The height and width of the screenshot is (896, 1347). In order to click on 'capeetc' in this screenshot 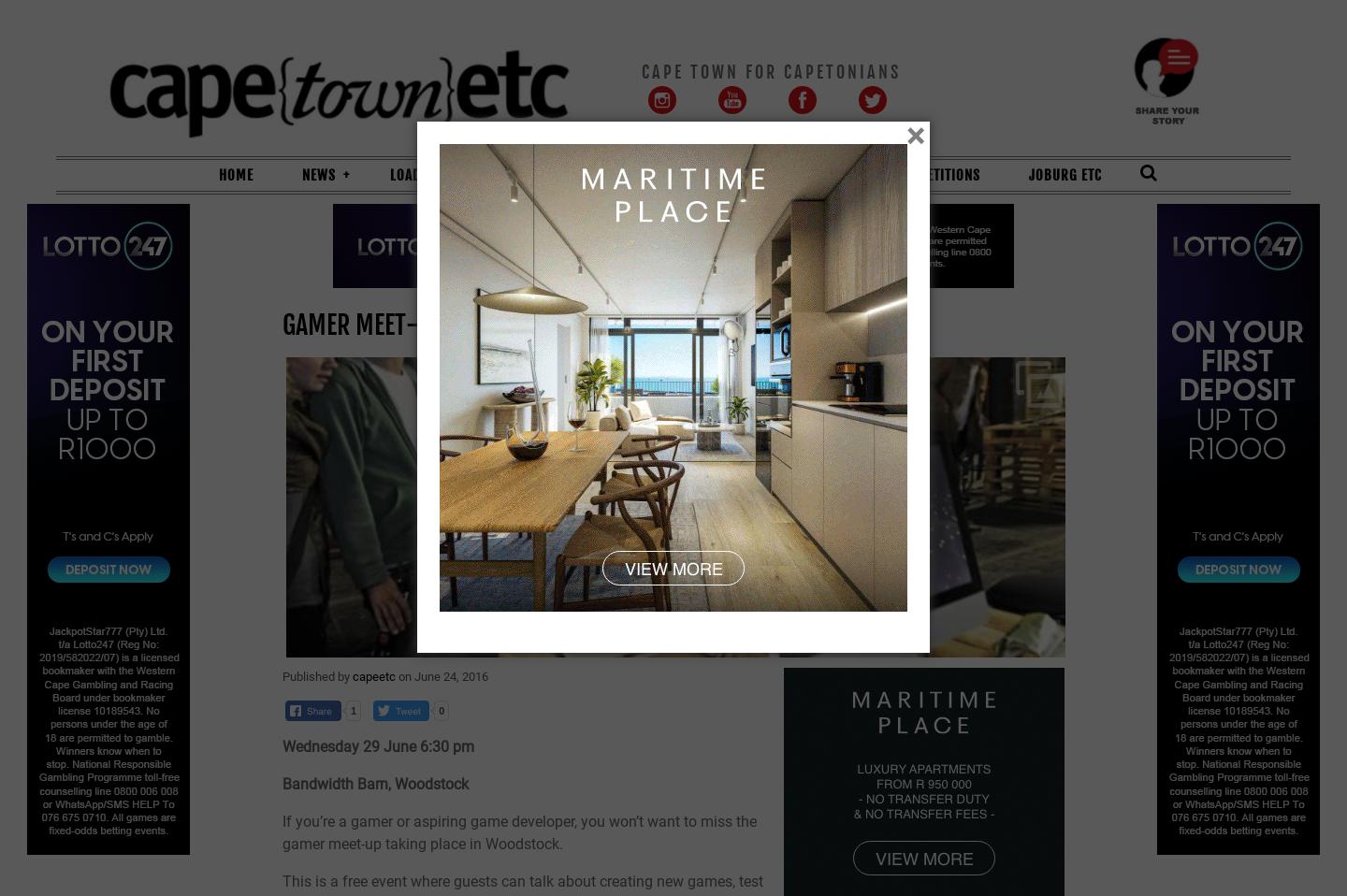, I will do `click(373, 676)`.